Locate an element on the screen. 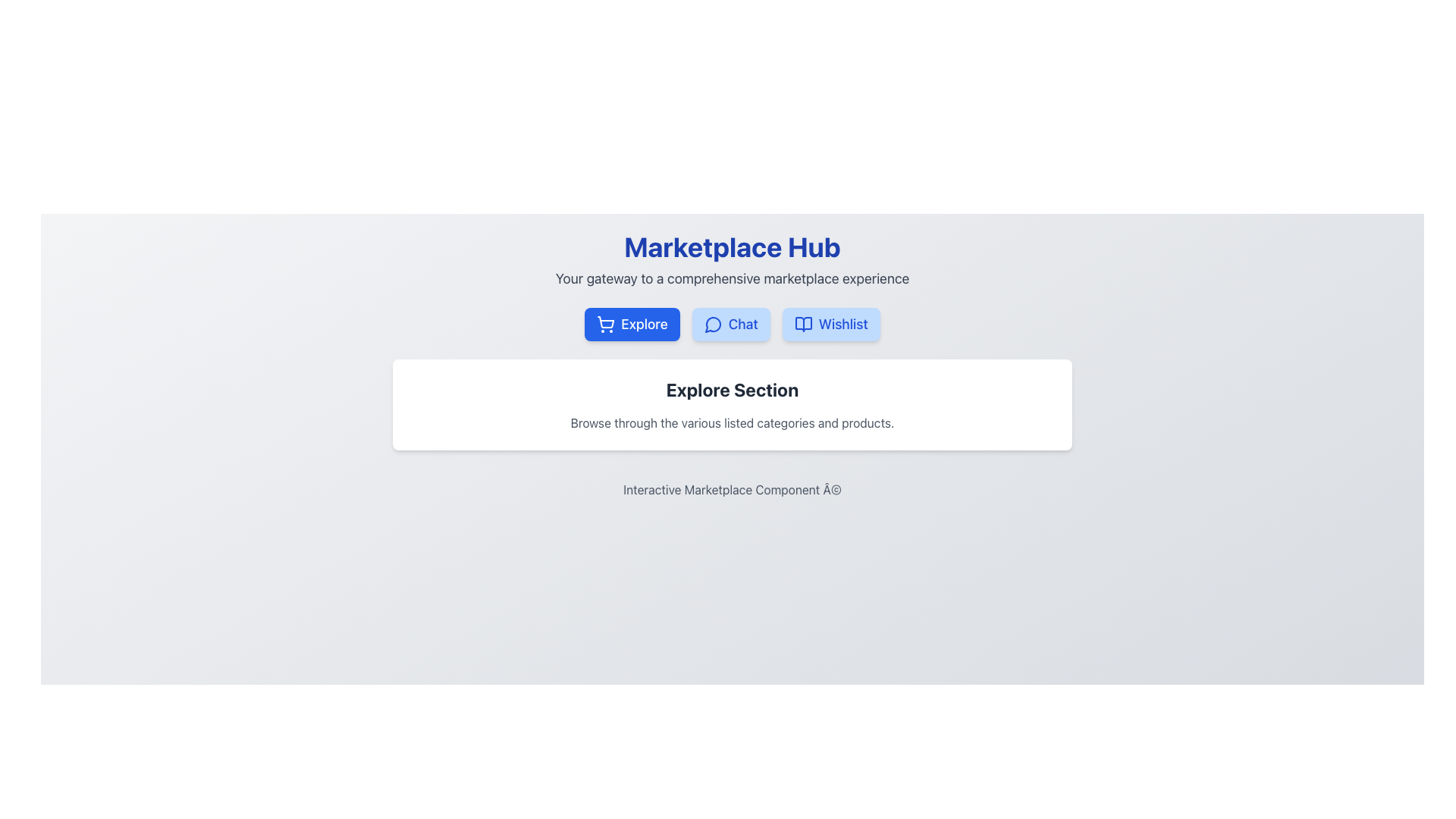 Image resolution: width=1456 pixels, height=819 pixels. the Chat button on the Navigation Bar is located at coordinates (732, 324).